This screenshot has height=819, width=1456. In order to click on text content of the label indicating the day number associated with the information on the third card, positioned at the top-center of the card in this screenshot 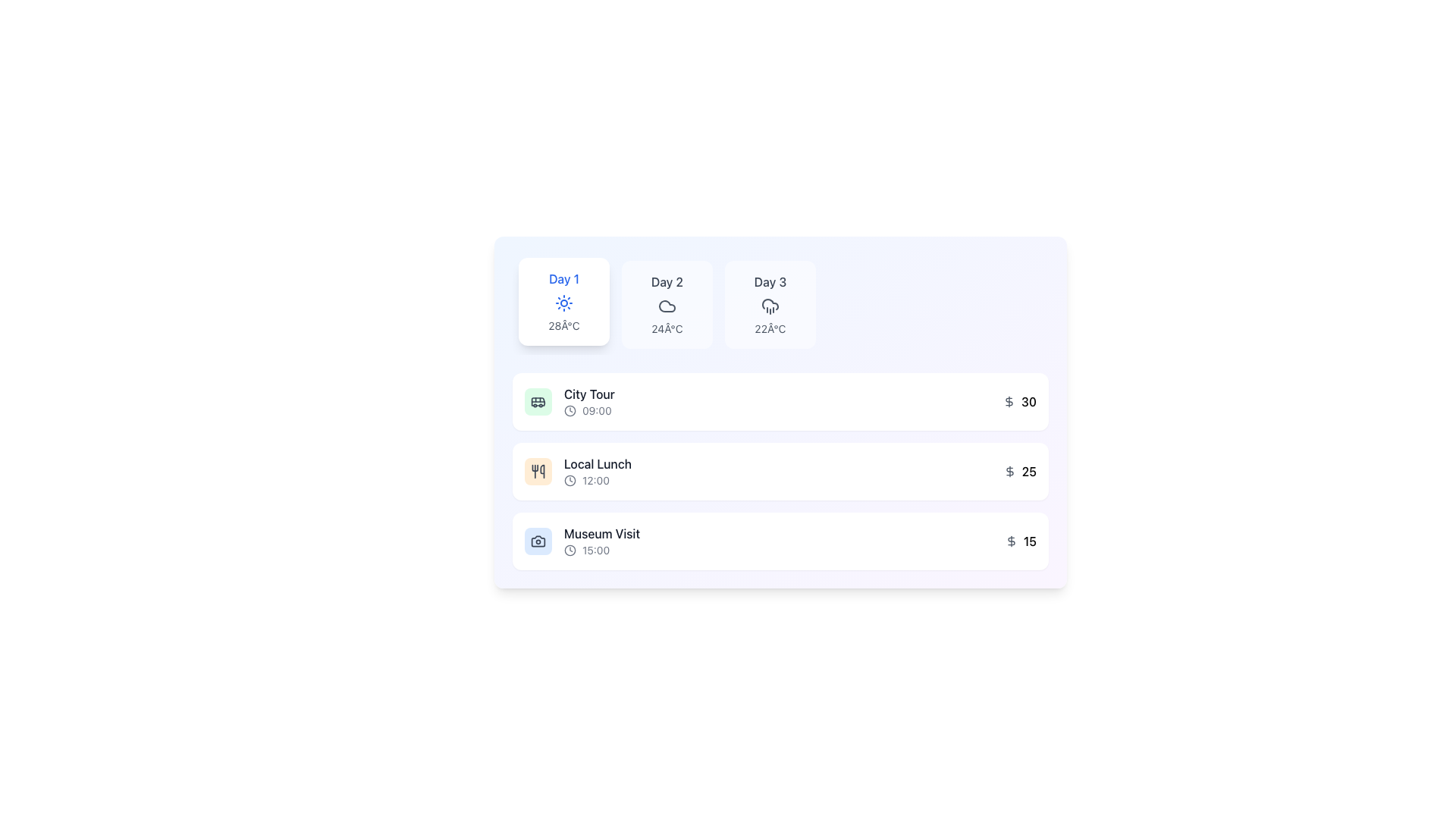, I will do `click(770, 281)`.